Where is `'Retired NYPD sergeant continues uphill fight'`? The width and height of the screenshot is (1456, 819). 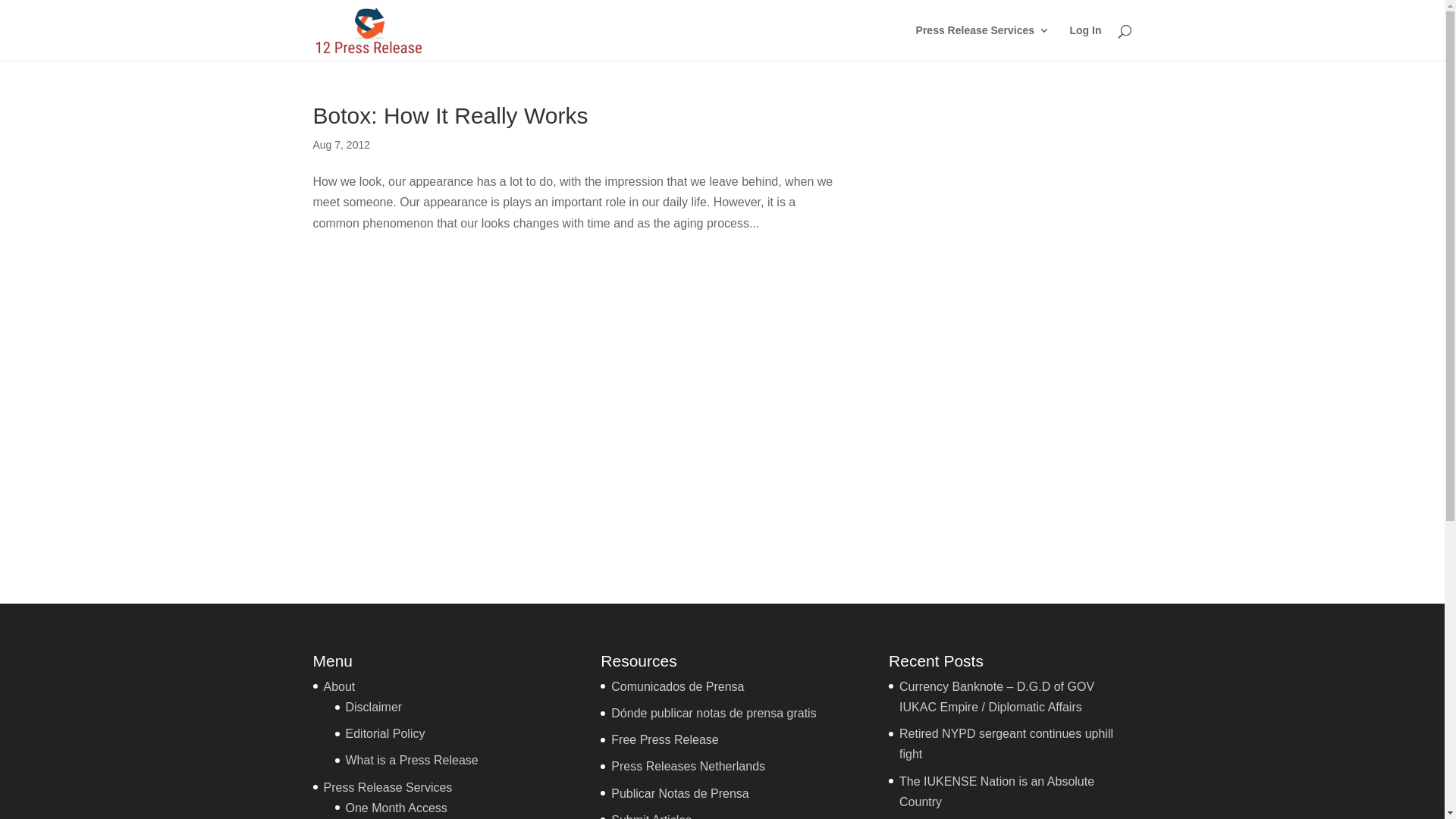
'Retired NYPD sergeant continues uphill fight' is located at coordinates (1006, 742).